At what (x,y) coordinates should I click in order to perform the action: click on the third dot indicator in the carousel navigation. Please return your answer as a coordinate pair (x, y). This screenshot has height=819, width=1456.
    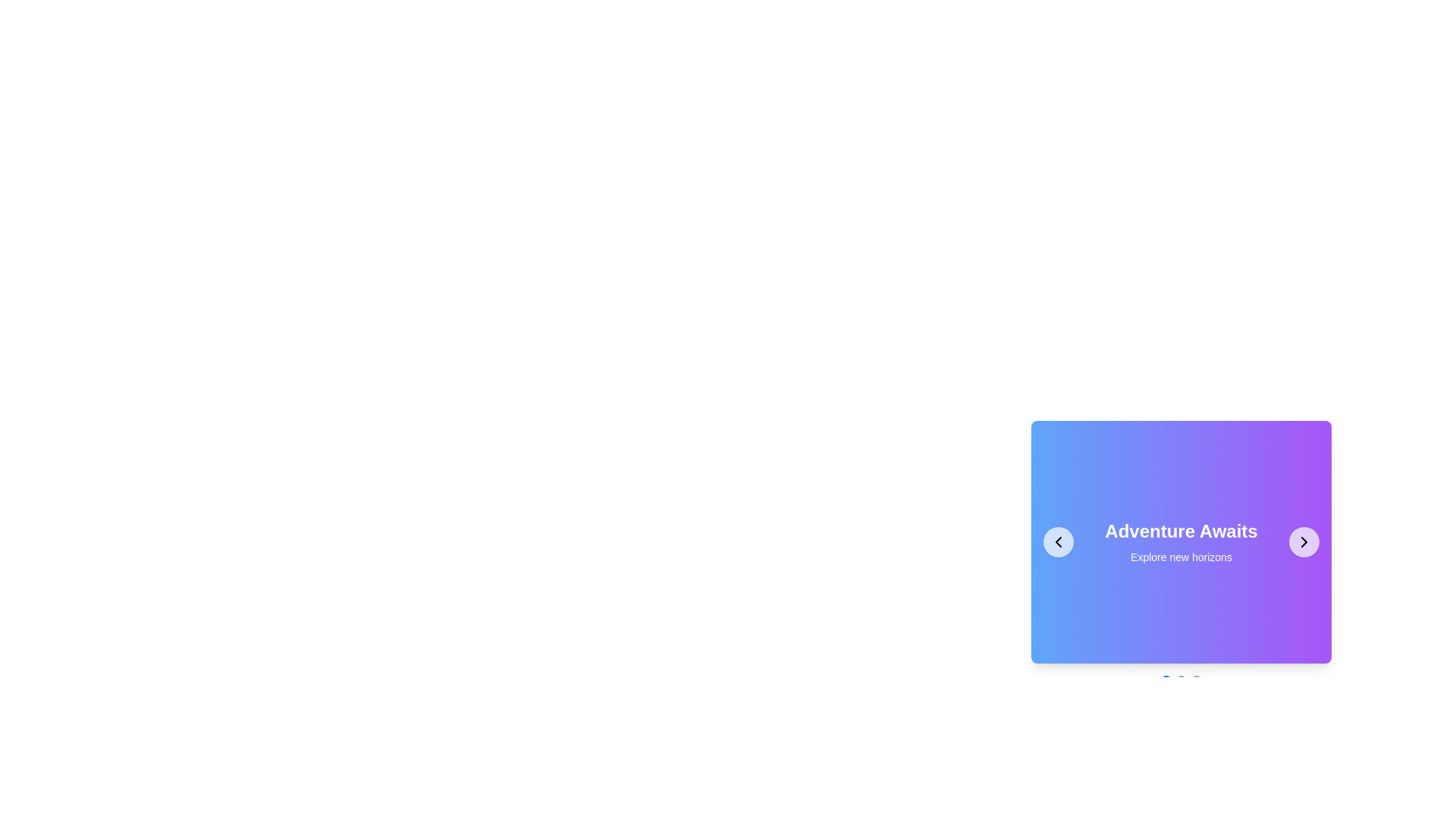
    Looking at the image, I should click on (1196, 679).